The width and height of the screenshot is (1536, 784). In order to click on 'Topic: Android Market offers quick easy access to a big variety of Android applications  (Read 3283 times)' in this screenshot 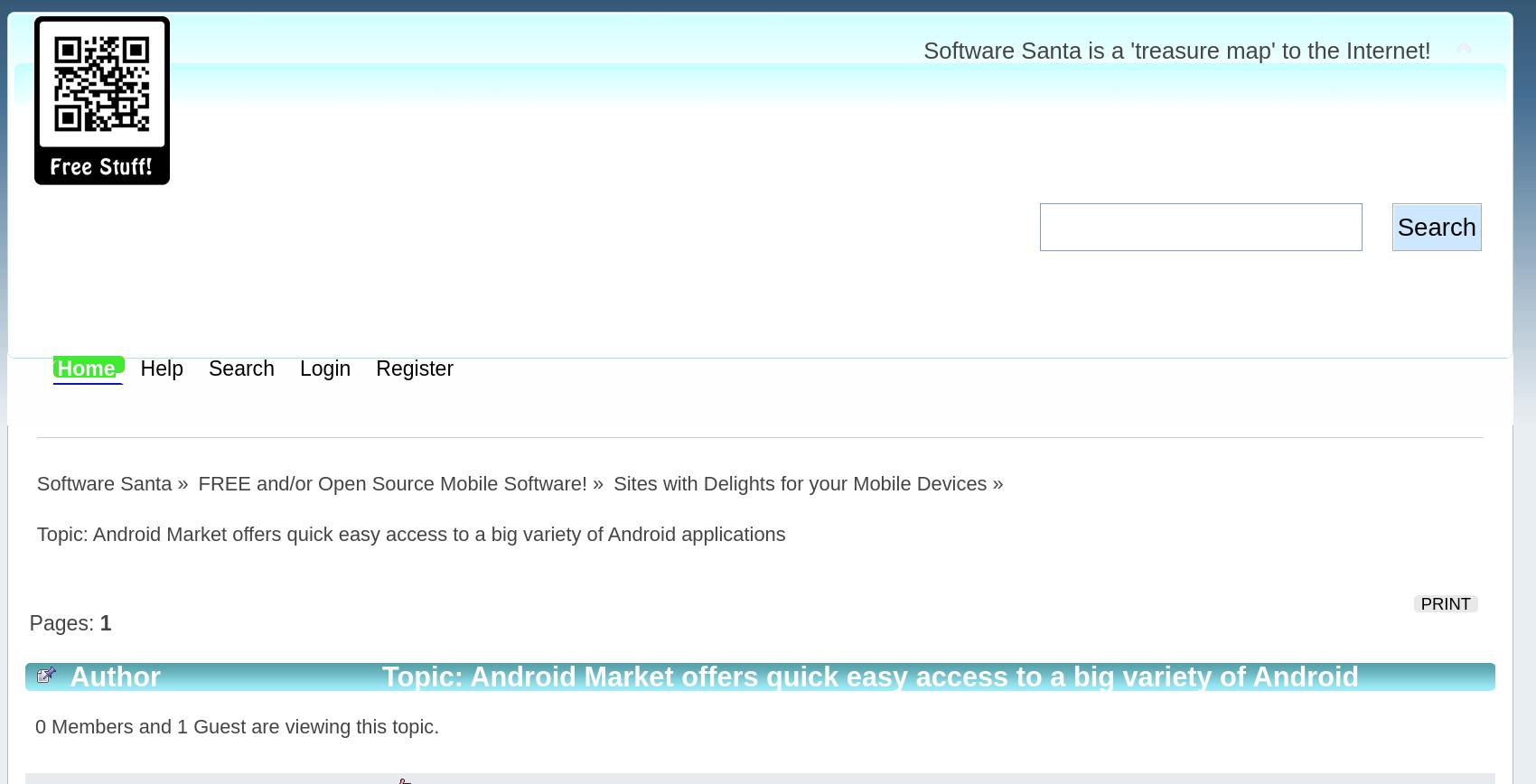, I will do `click(33, 690)`.